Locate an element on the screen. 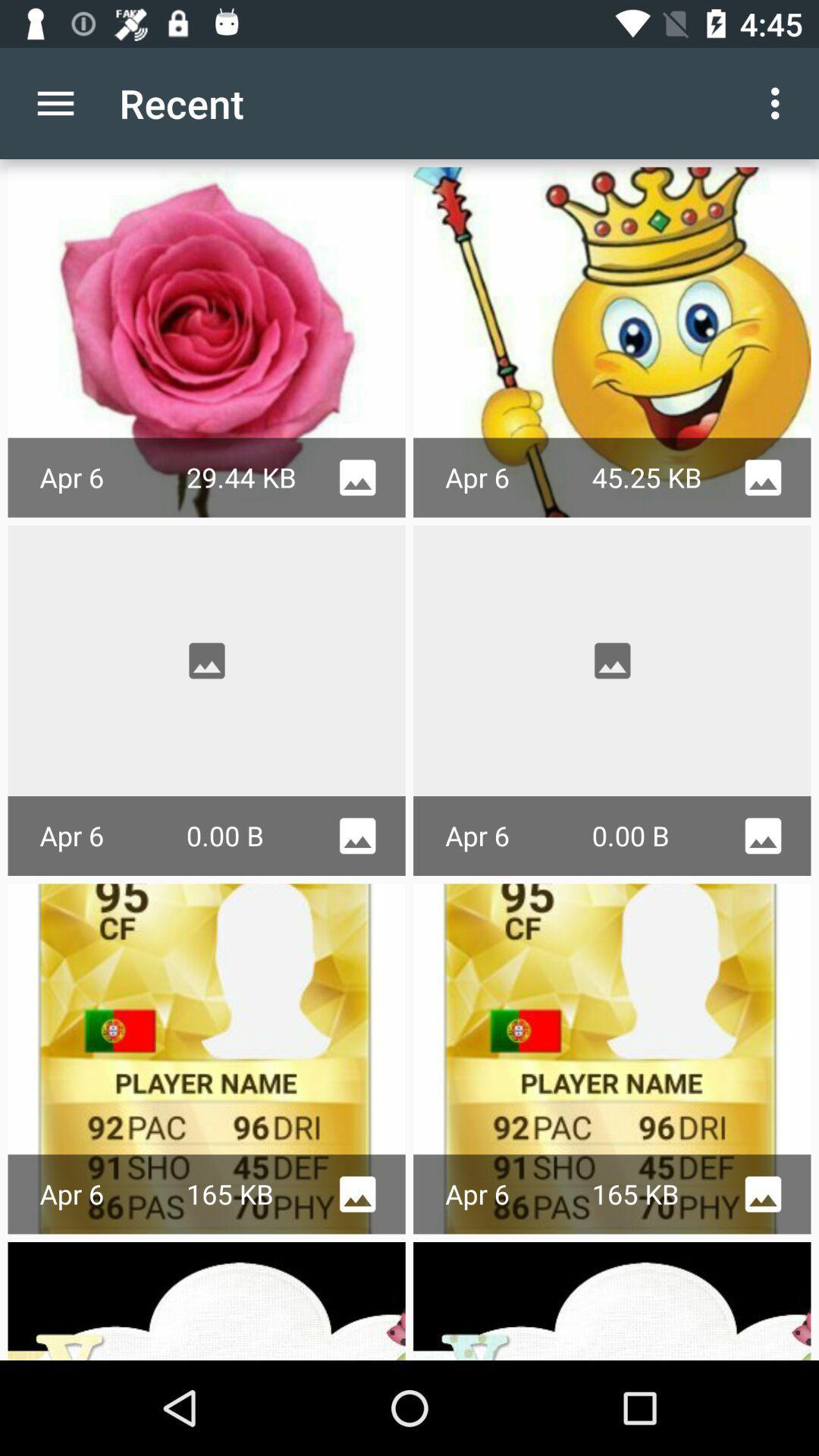 This screenshot has width=819, height=1456. second option in third row is located at coordinates (611, 1058).